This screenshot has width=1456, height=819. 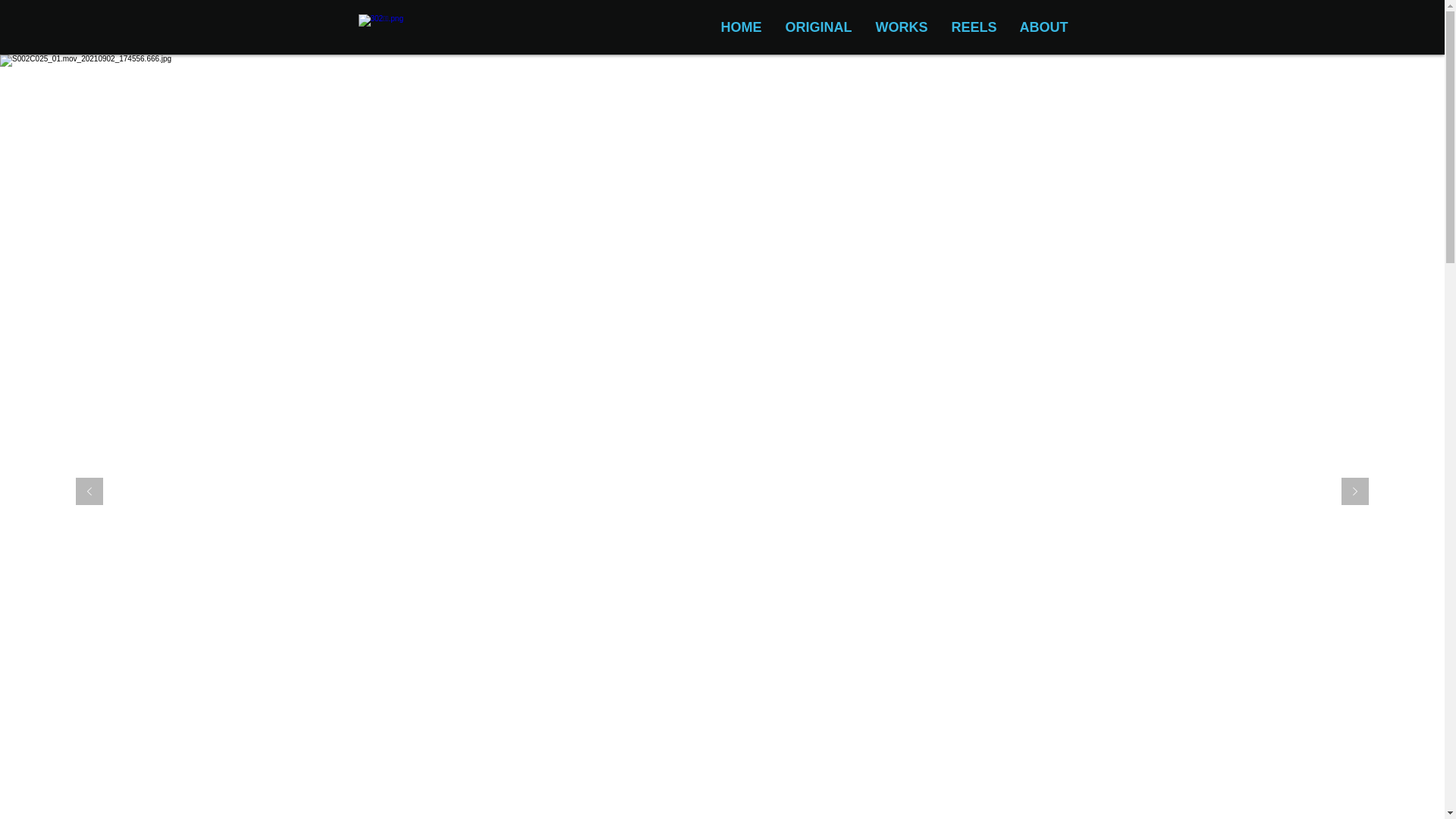 I want to click on 'REELS', so click(x=938, y=27).